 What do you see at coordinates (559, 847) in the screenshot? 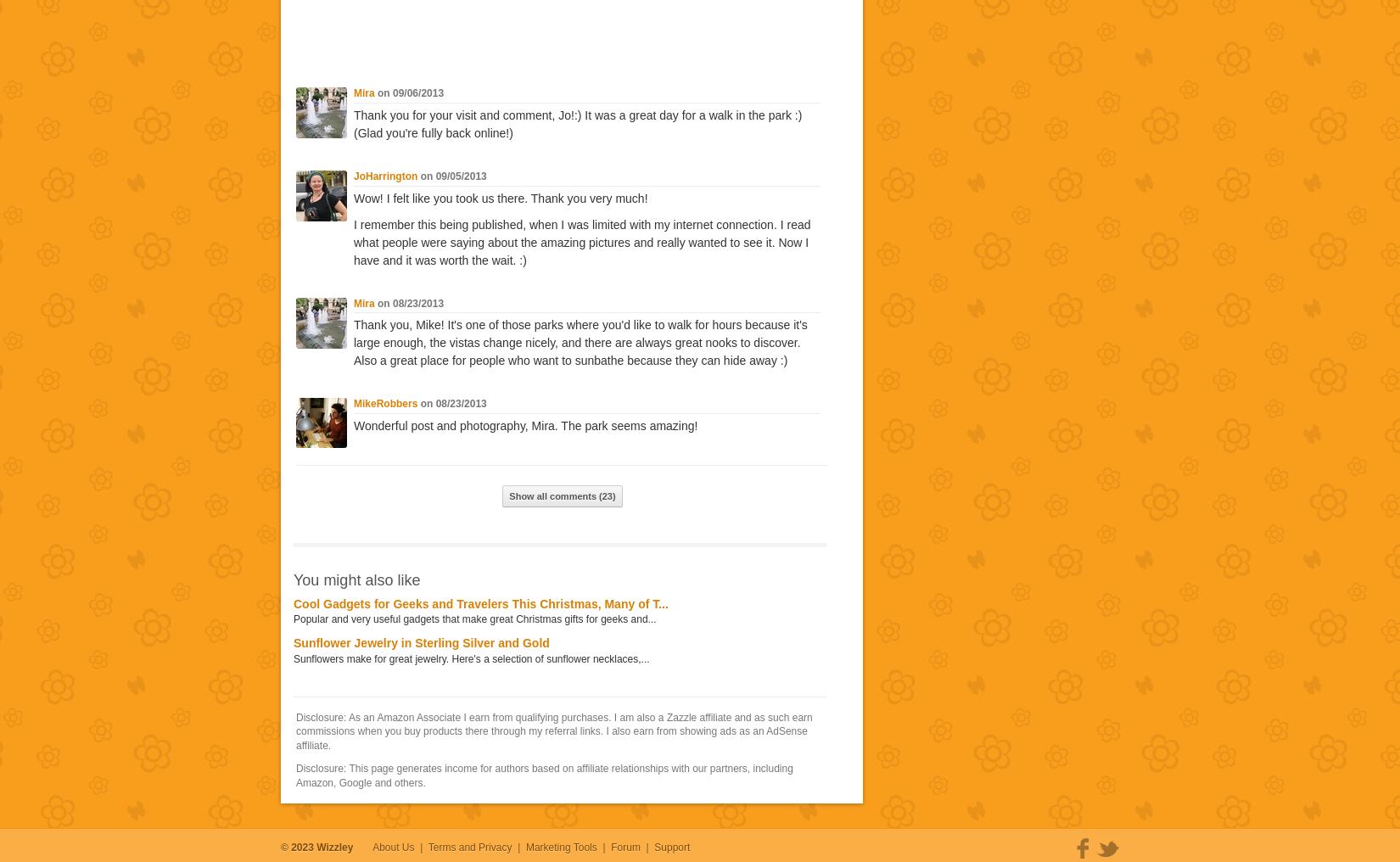
I see `'Marketing Tools'` at bounding box center [559, 847].